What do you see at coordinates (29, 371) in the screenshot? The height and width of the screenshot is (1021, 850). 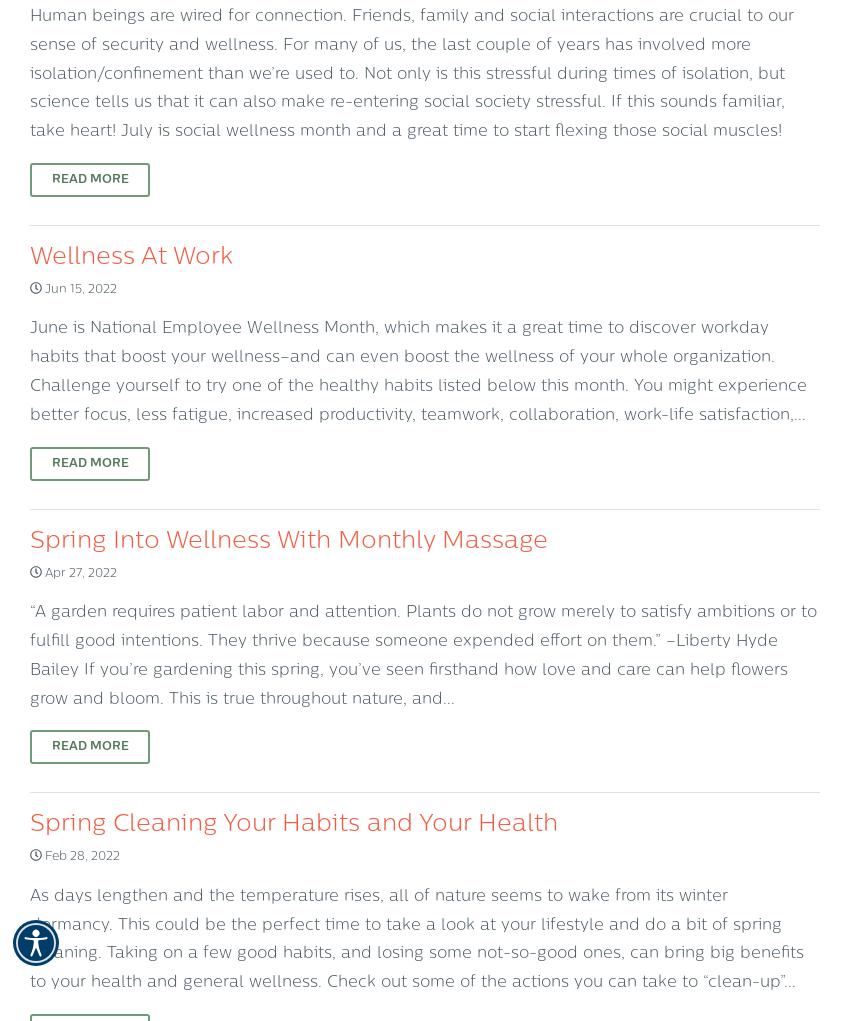 I see `'June is National Employee Wellness Month, which makes it a great time to discover workday habits that boost your wellness–and can even boost the wellness of your whole organization. Challenge yourself to try one of the healthy habits listed below this month. You might experience better focus, less fatigue, increased productivity, teamwork, collaboration, work-life satisfaction,...'` at bounding box center [29, 371].